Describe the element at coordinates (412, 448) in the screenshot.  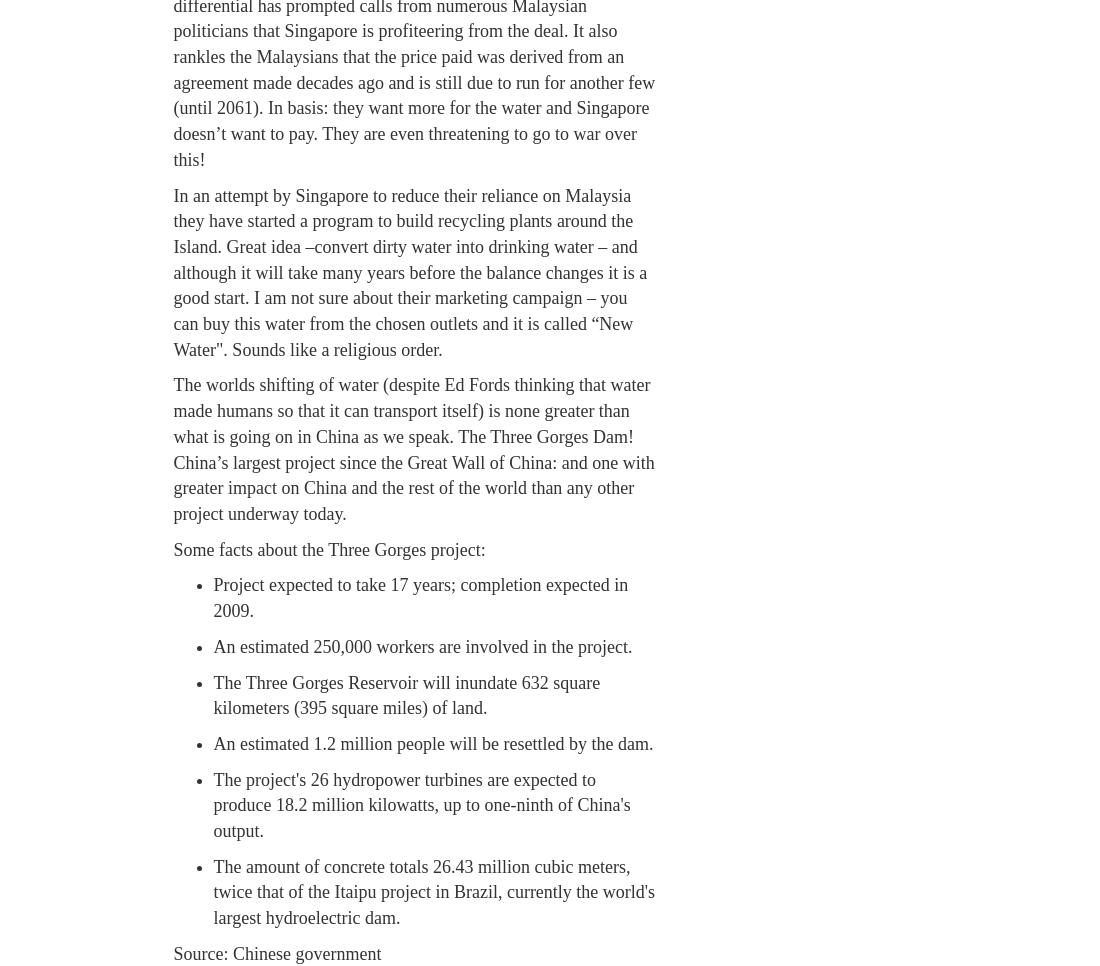
I see `'The worlds shifting of water (despite Ed Fords thinking that water made humans so that it can transport itself) is none greater than what is going on in China as we speak. The Three Gorges Dam! China’s largest project since the Great Wall of China: and one with greater impact on China and the rest of the world than any other project underway today.'` at that location.